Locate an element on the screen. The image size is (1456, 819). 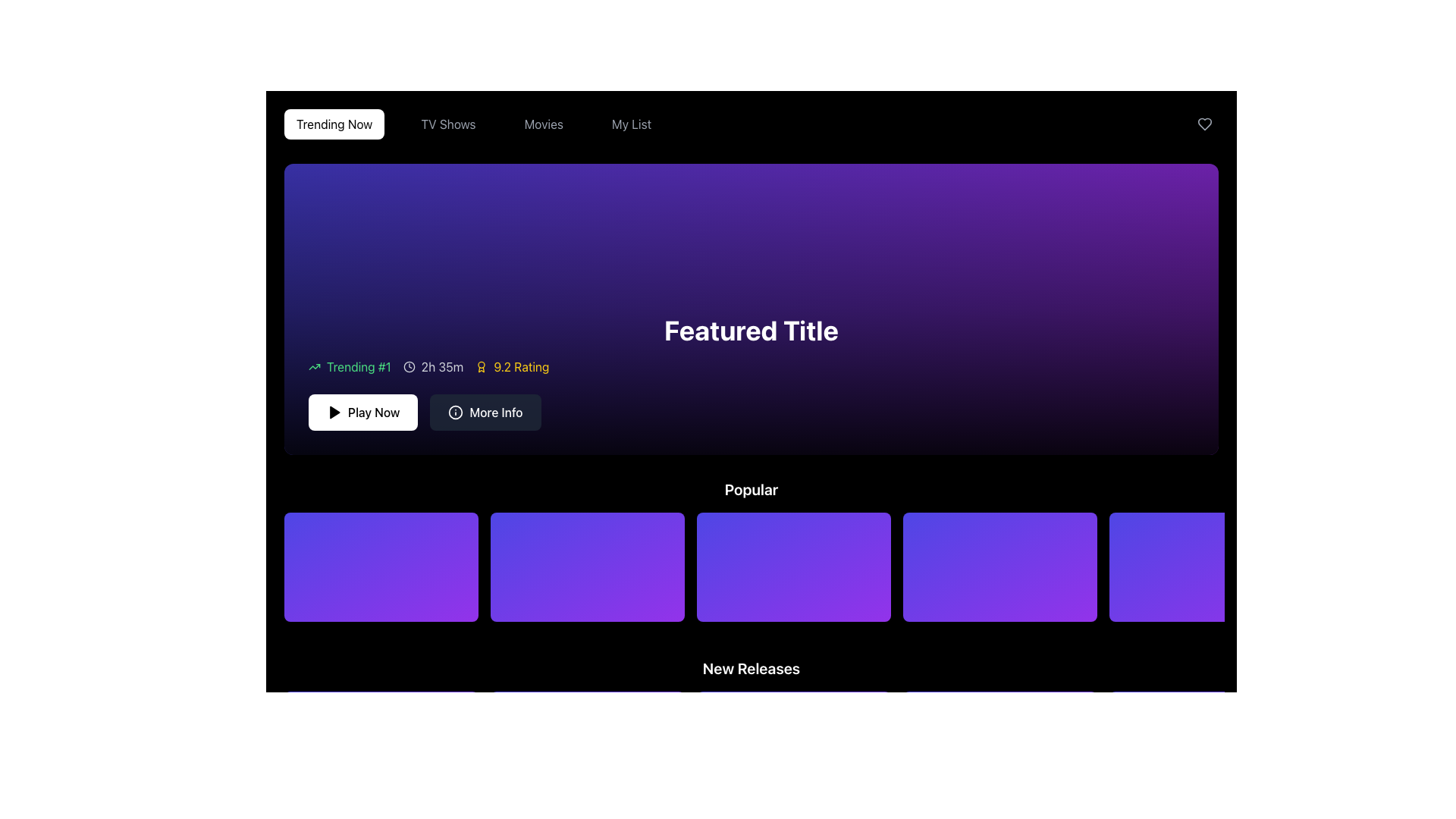
the heart-shaped icon located in the far-right corner of the header bar to favorite the associated content is located at coordinates (1203, 124).